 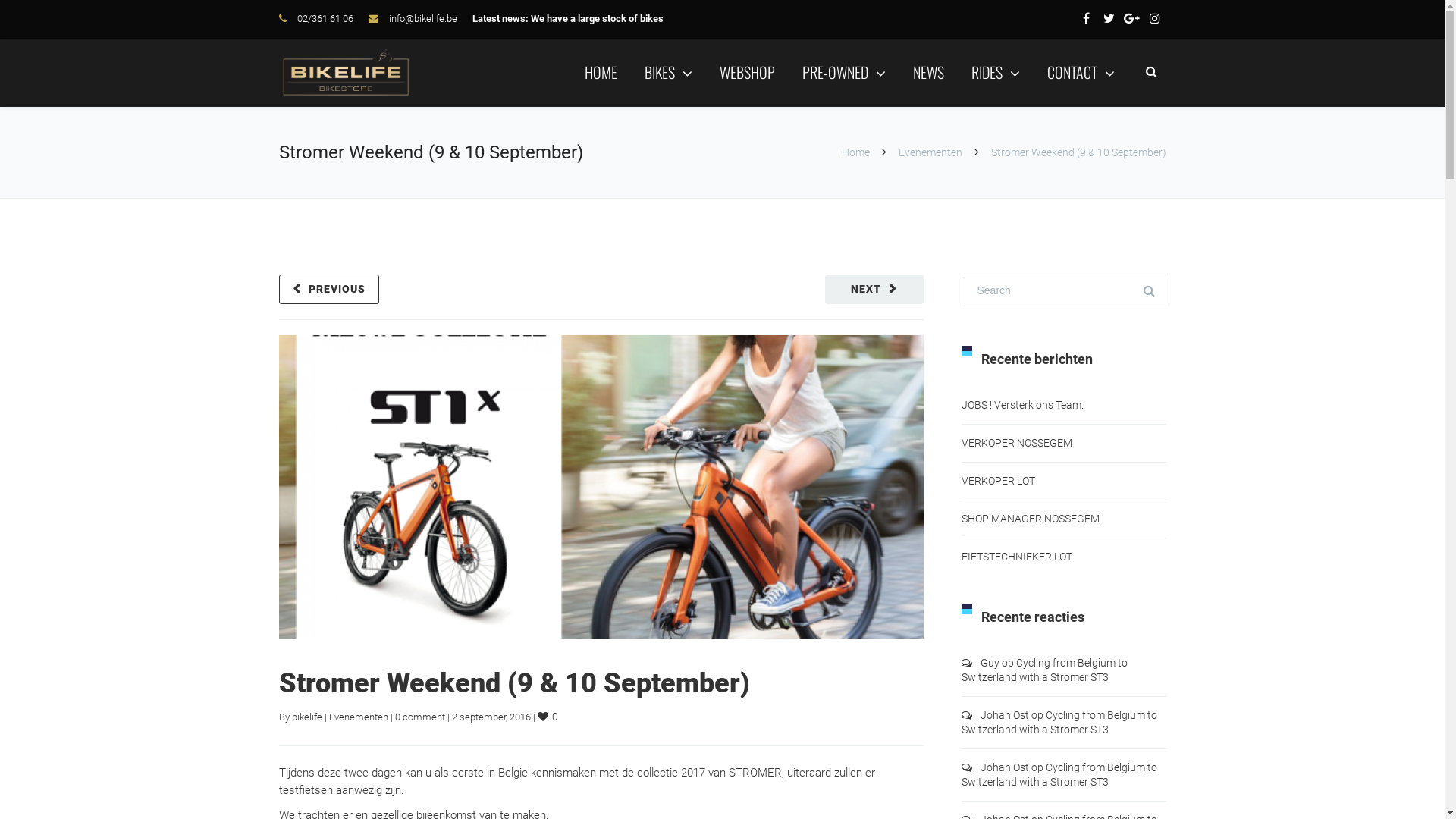 What do you see at coordinates (1079, 72) in the screenshot?
I see `'CONTACT'` at bounding box center [1079, 72].